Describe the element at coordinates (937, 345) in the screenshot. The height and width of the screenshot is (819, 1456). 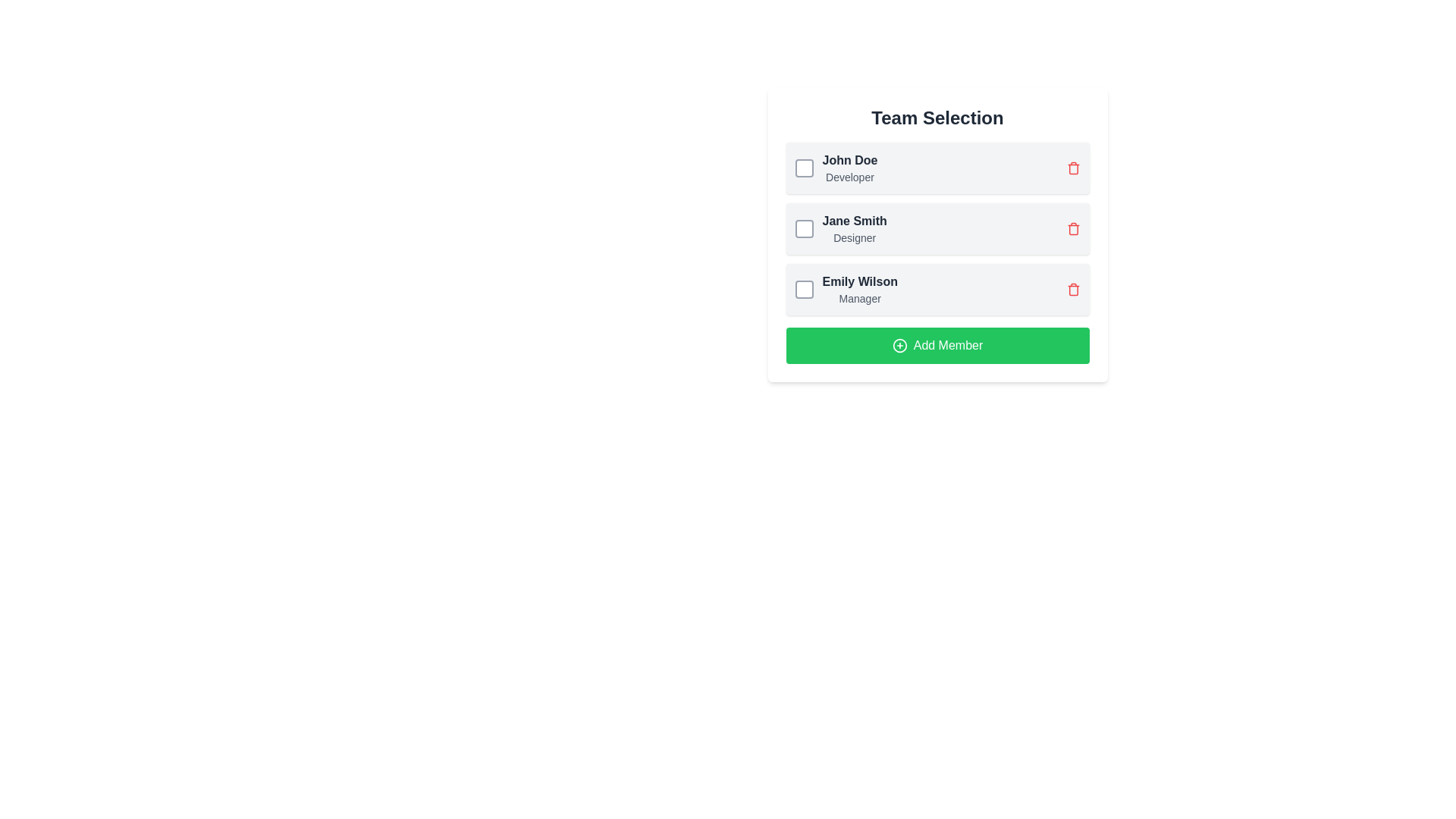
I see `the button located at the bottom of the 'Team Selection' panel` at that location.